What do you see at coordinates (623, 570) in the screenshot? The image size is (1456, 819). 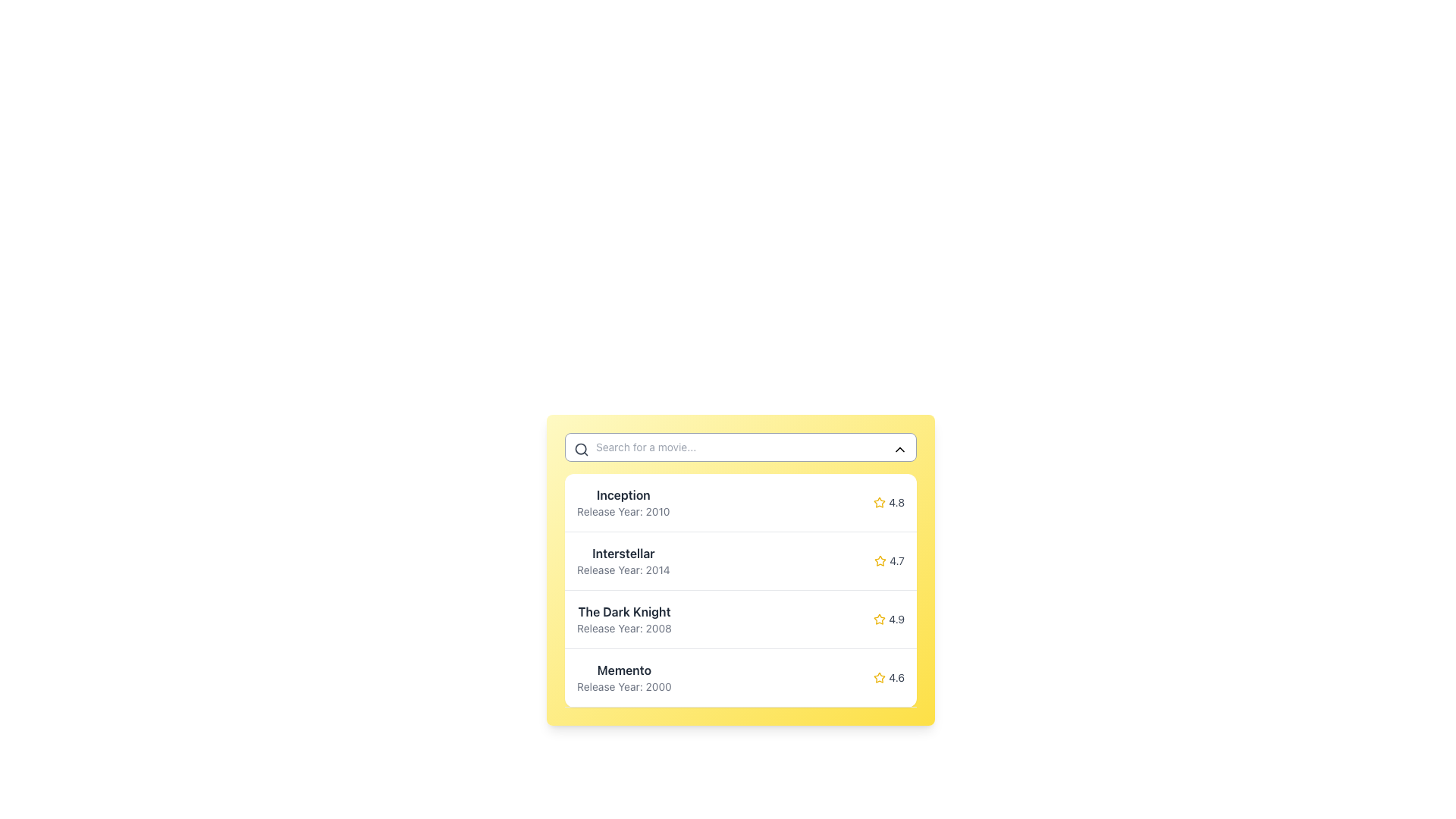 I see `text label displaying 'Release Year: 2014', which is located below the 'Interstellar' title and is right-aligned with it` at bounding box center [623, 570].